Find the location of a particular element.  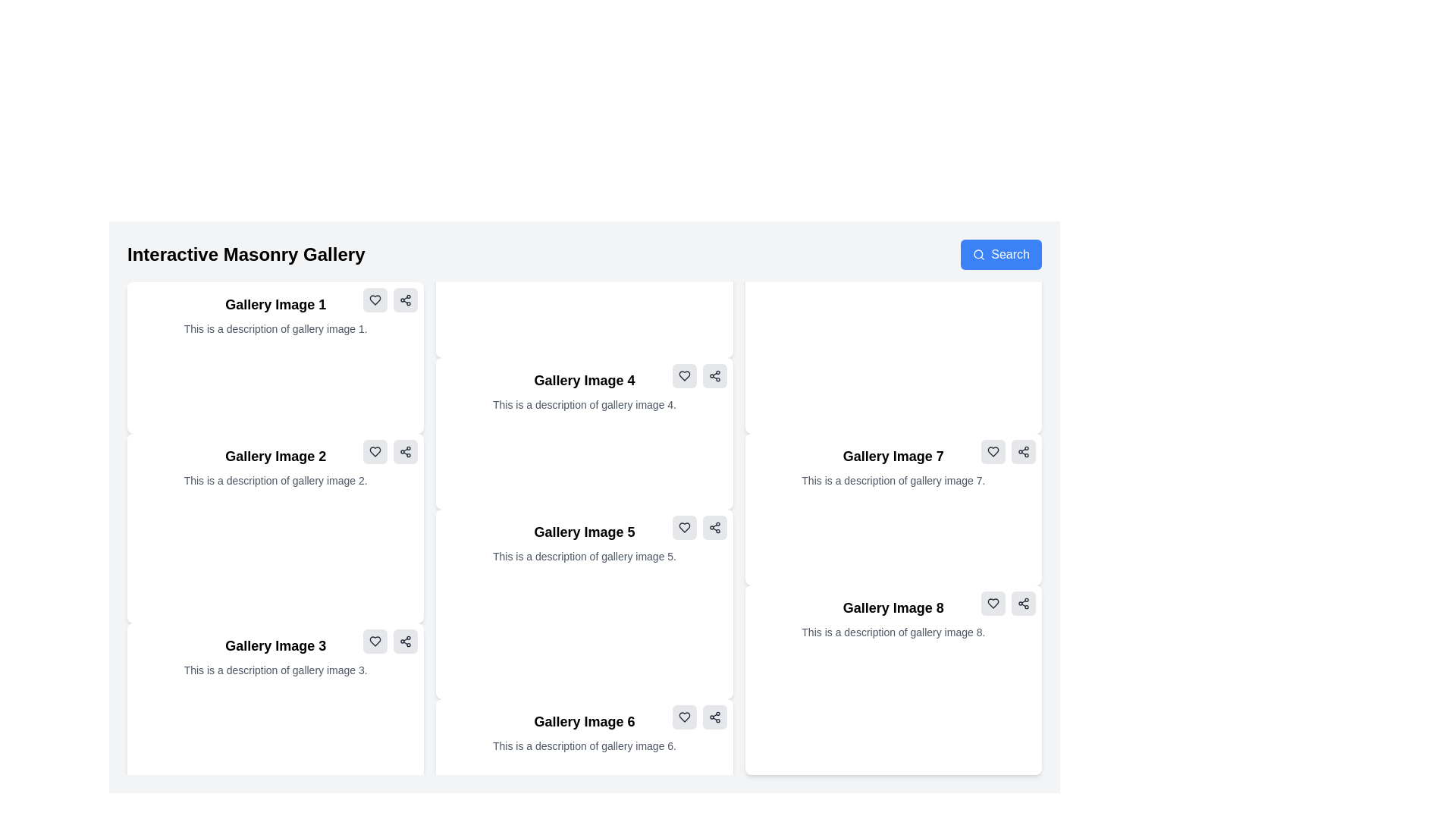

text from the Text Label that displays 'Gallery Image 6', which is styled as large and bold and located above the description of the sixth gallery item at the bottom center of the gallery layout is located at coordinates (584, 721).